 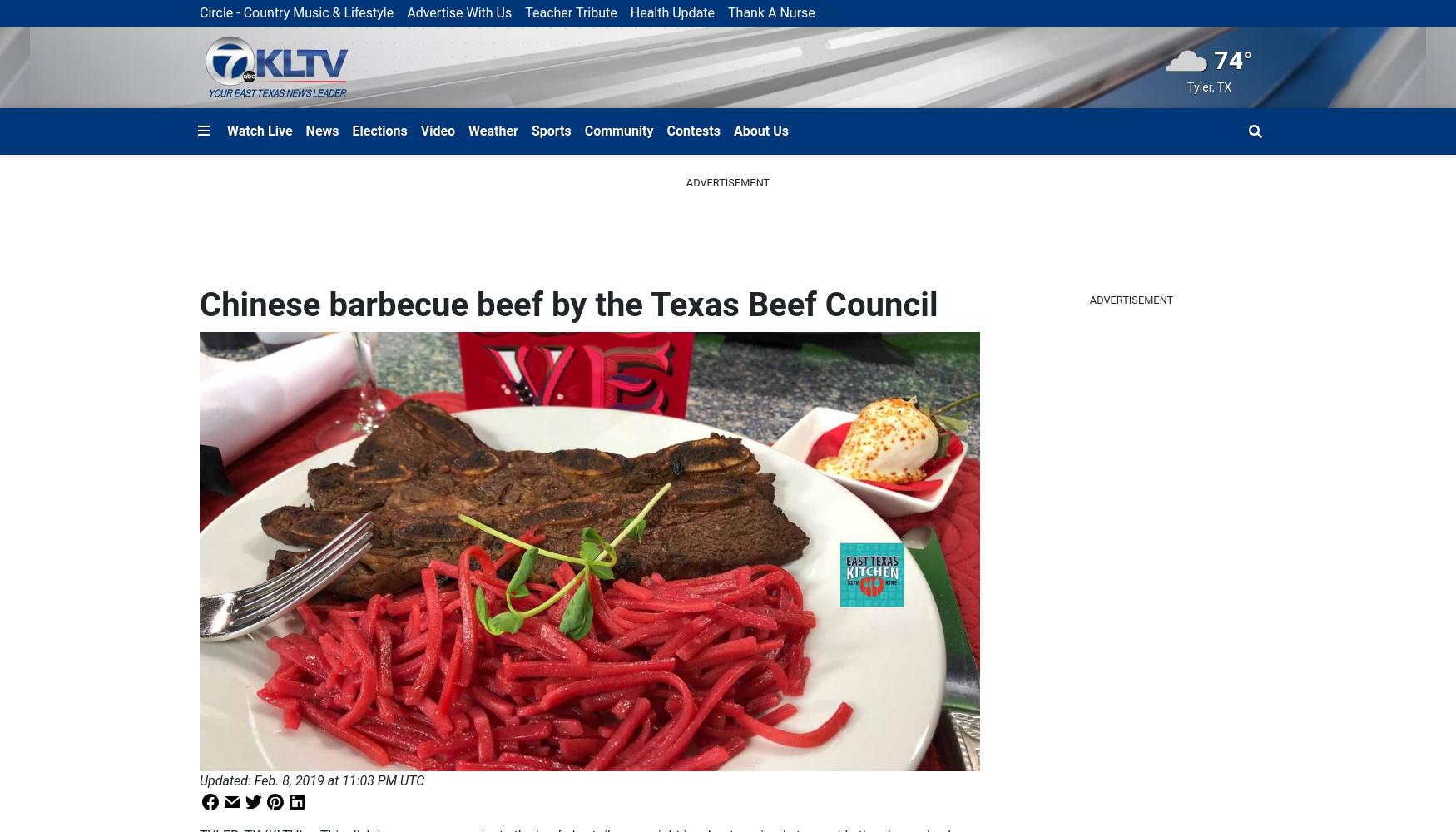 I want to click on 'Advertise With Us', so click(x=458, y=12).